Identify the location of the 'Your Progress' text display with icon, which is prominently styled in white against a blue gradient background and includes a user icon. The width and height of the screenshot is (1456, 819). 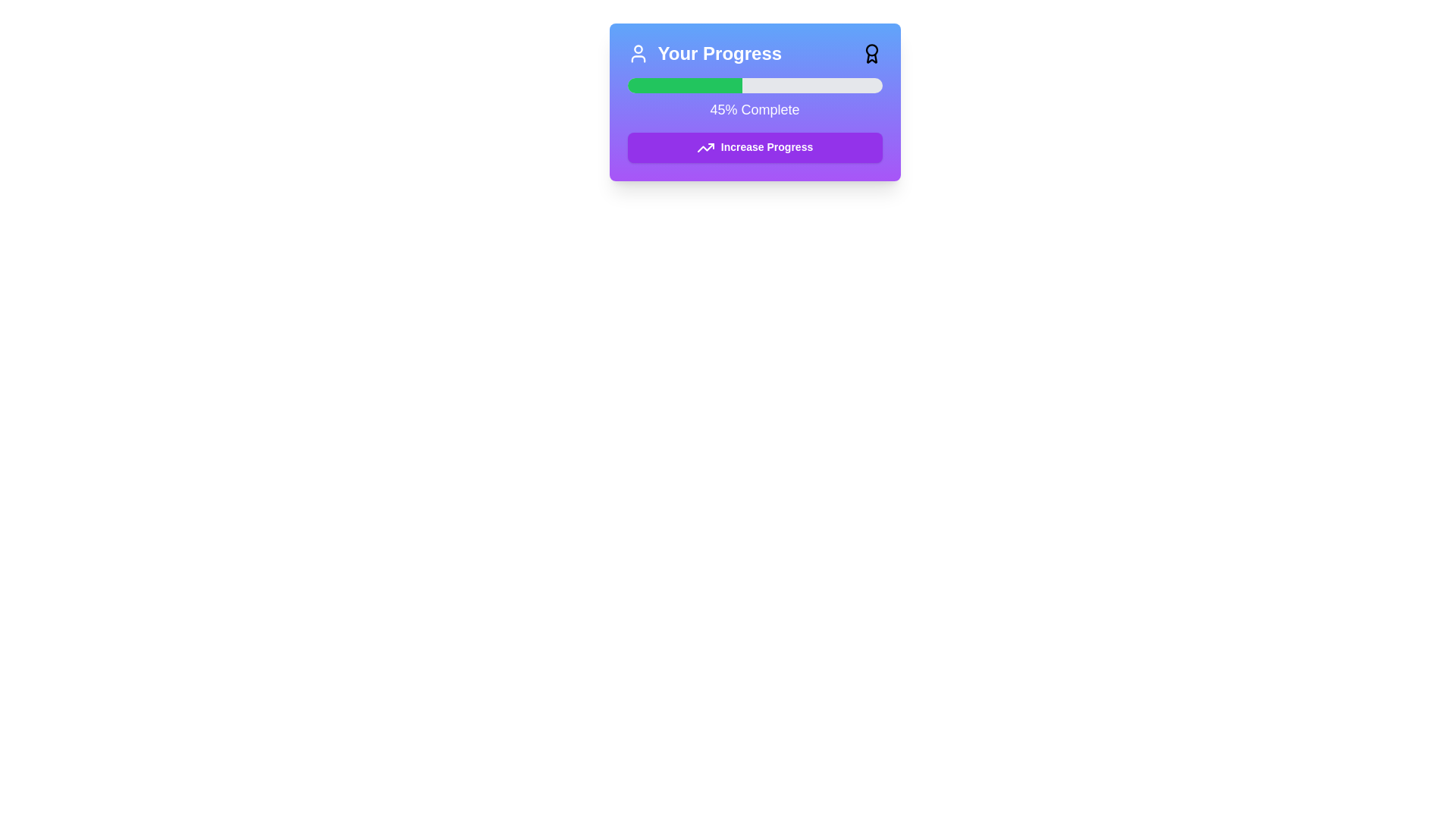
(704, 52).